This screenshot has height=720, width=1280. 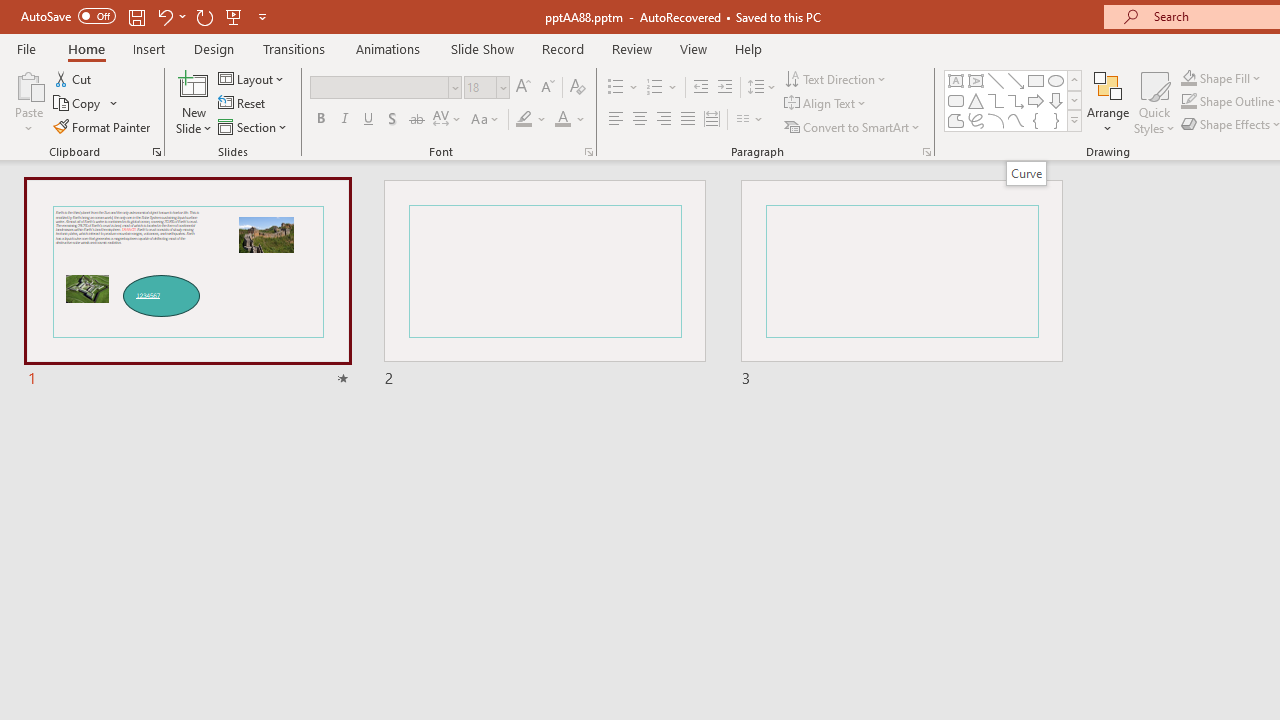 I want to click on 'Shape Outline Teal, Accent 1', so click(x=1189, y=101).